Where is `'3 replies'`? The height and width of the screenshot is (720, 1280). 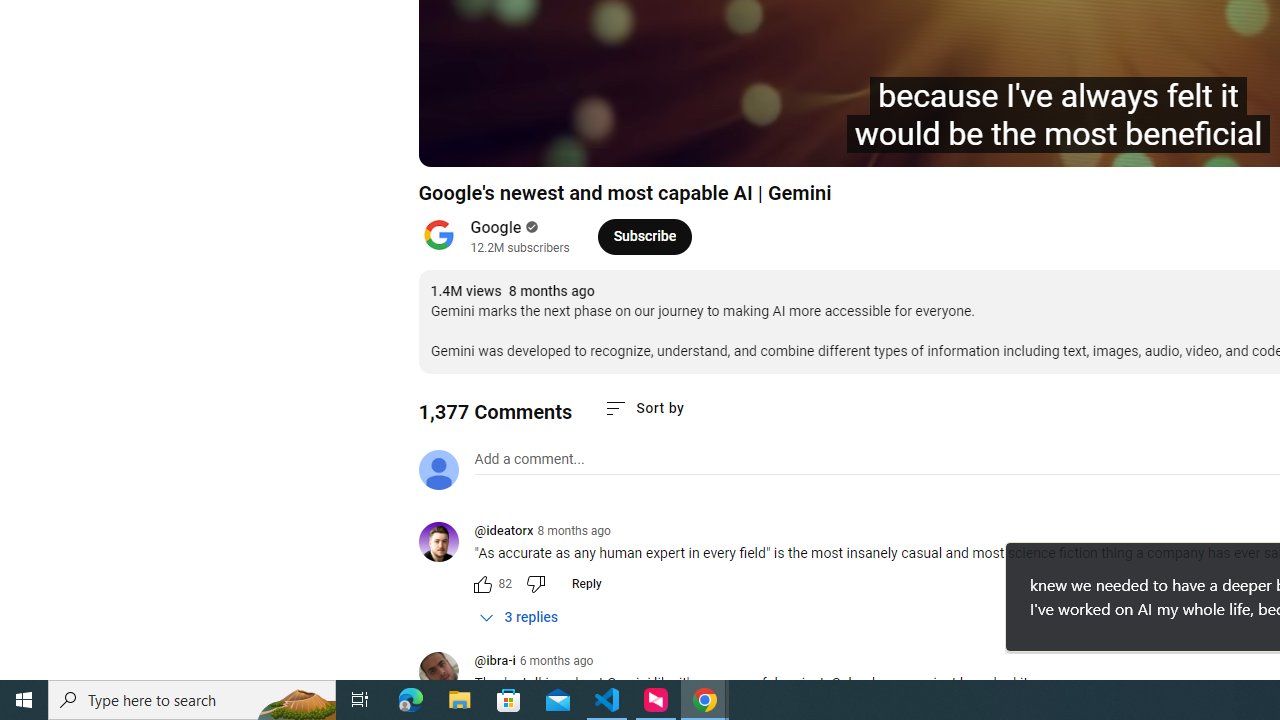 '3 replies' is located at coordinates (519, 616).